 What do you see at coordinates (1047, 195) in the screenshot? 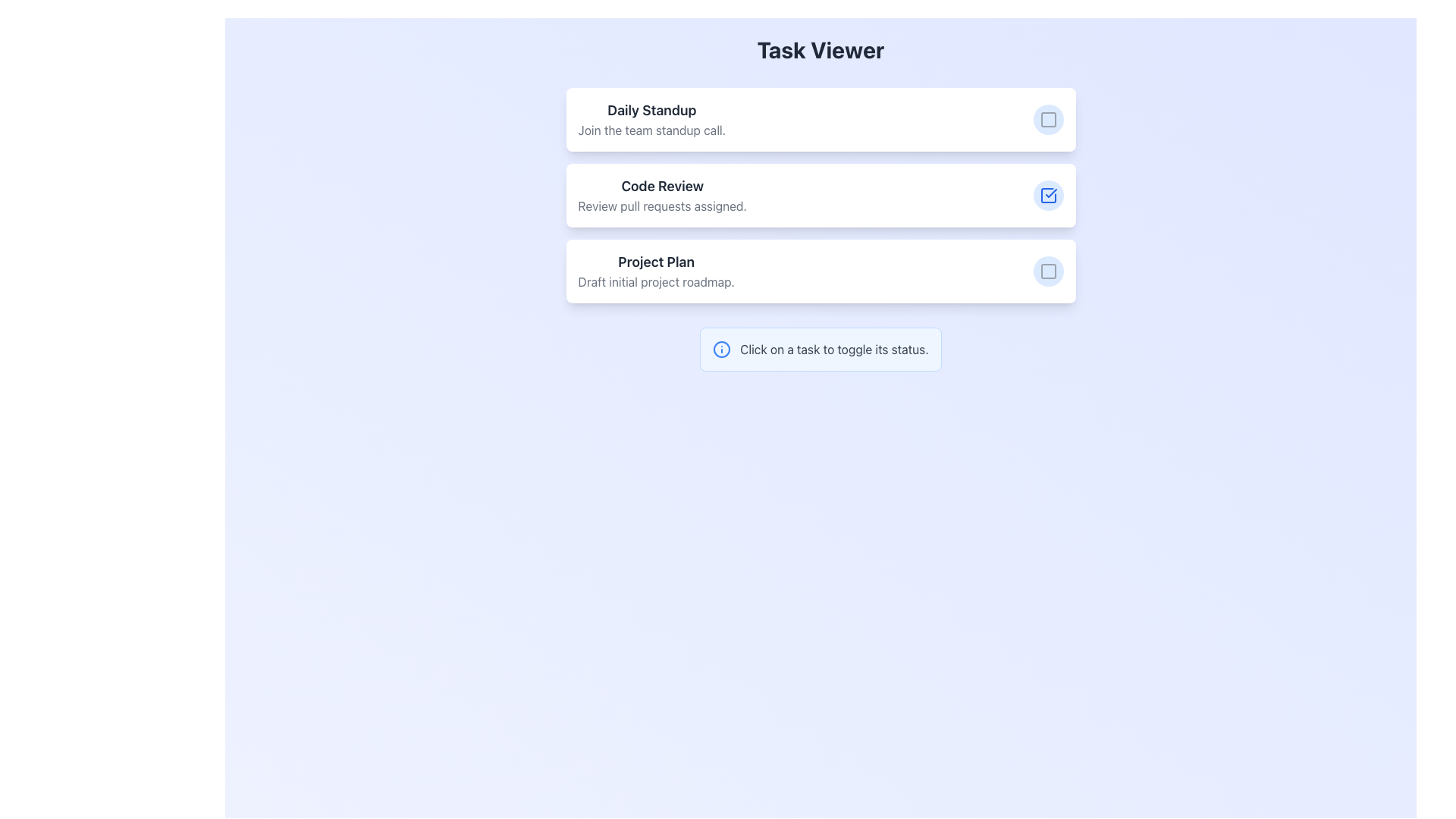
I see `the checkmark icon` at bounding box center [1047, 195].